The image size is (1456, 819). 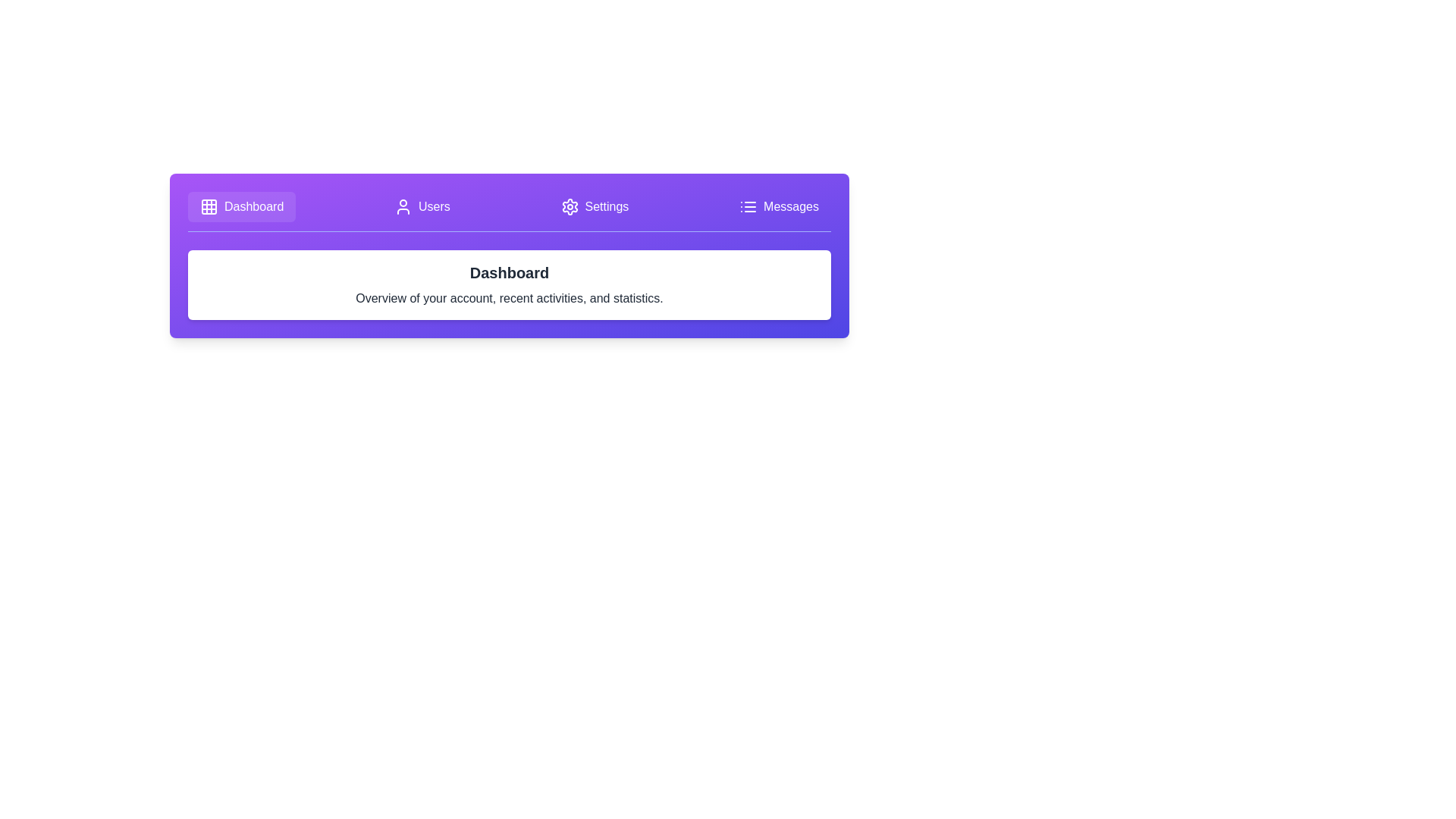 I want to click on the 'Users' text label in the navigation bar, so click(x=433, y=207).